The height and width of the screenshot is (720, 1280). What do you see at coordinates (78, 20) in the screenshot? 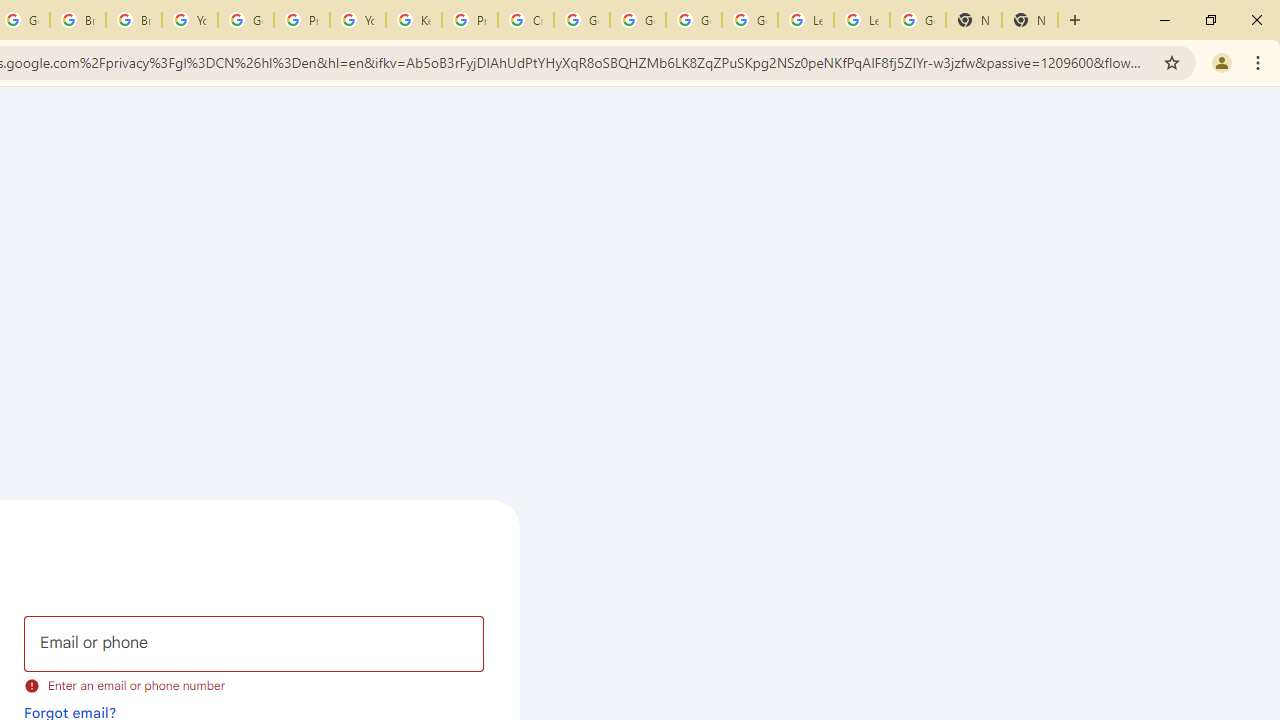
I see `'Brand Resource Center'` at bounding box center [78, 20].